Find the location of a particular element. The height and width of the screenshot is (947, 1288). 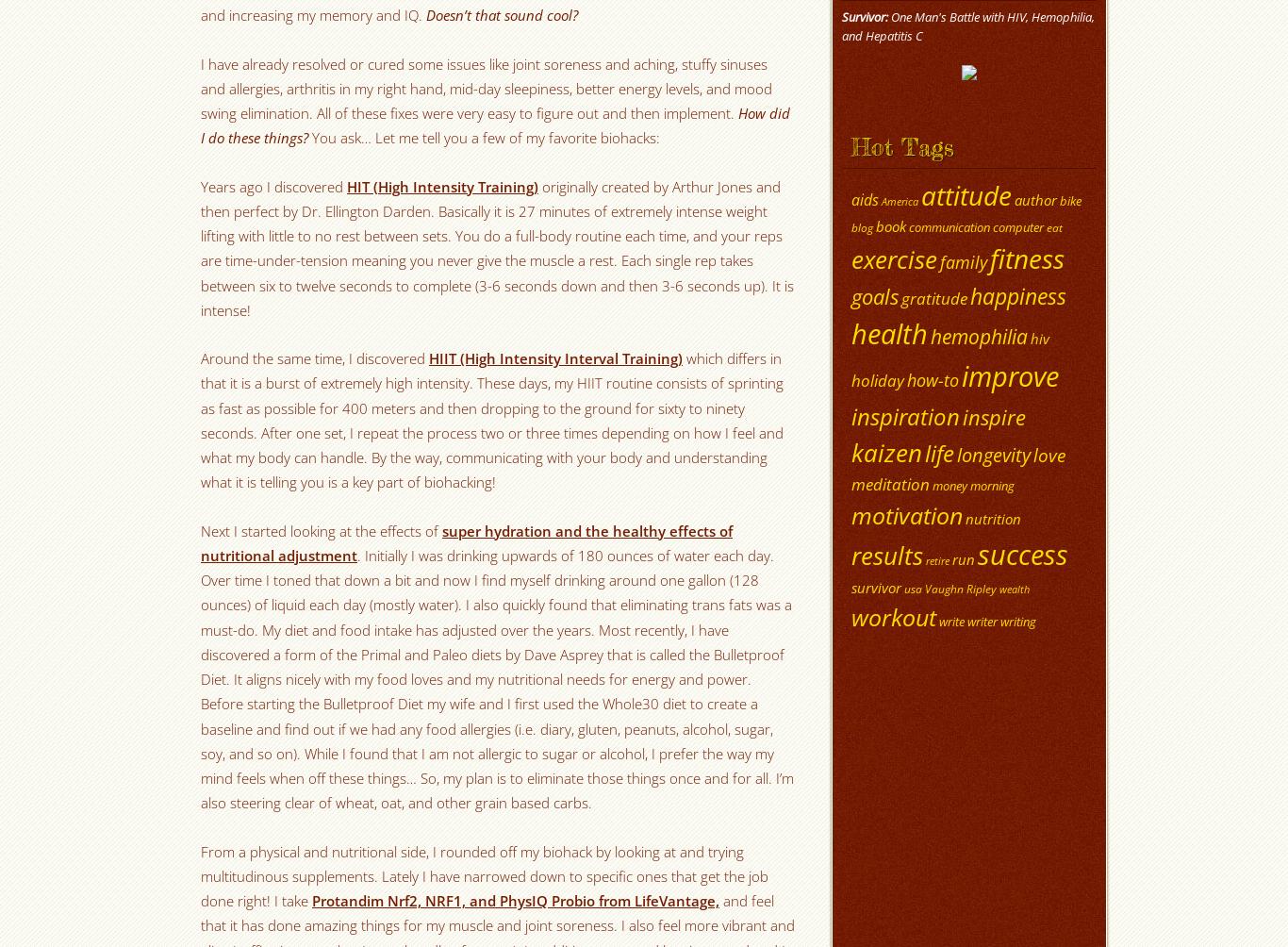

'love' is located at coordinates (1049, 454).